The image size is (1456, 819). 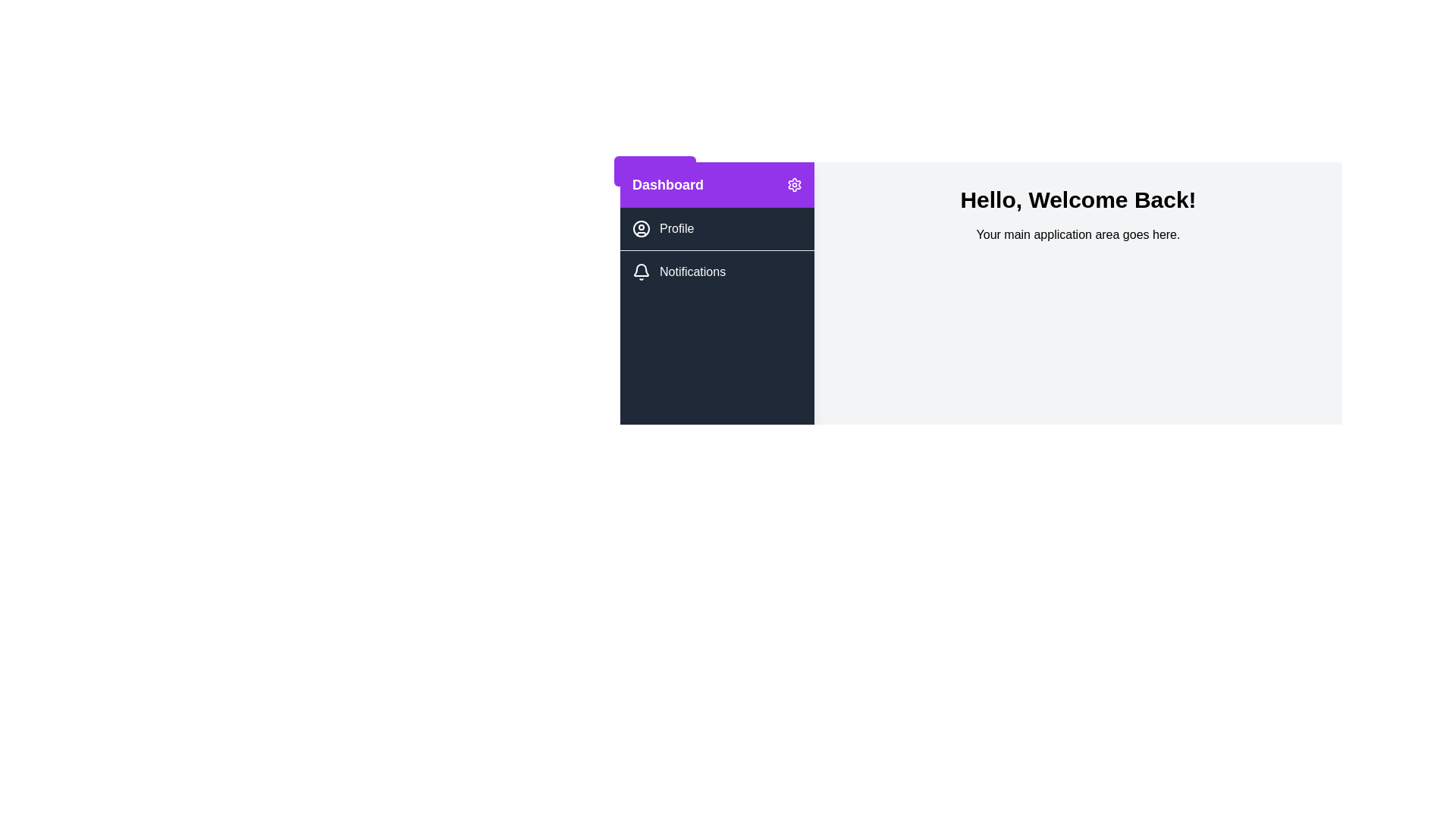 What do you see at coordinates (641, 228) in the screenshot?
I see `the larger outer circular graphical element in the user profile icon located to the left of the 'Profile' label in the sidebar menu` at bounding box center [641, 228].